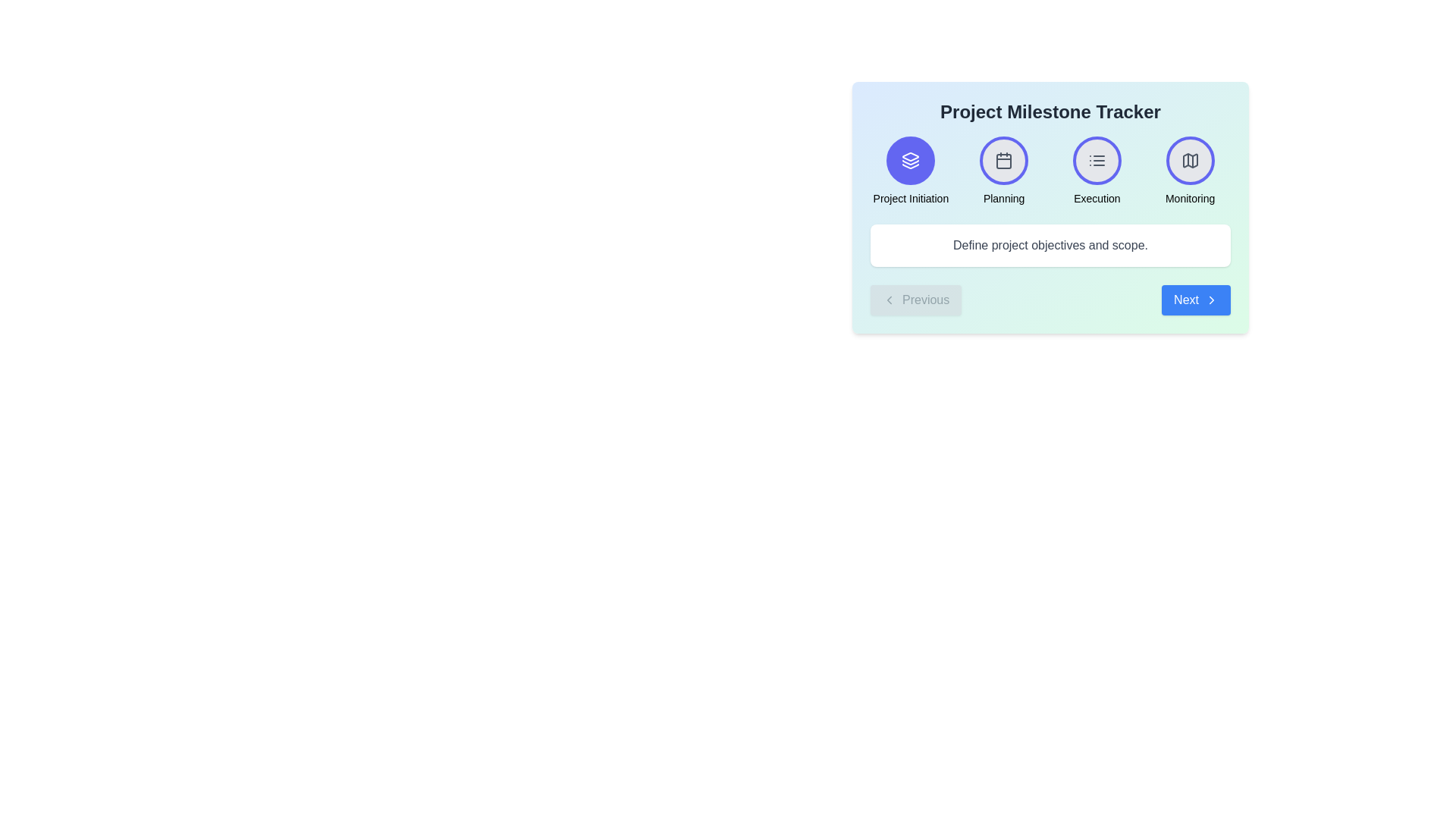  What do you see at coordinates (1050, 245) in the screenshot?
I see `the text block that says 'Define project objectives and scope.' which is located below the project icons and above the navigation buttons in the 'Project Milestone Tracker' panel` at bounding box center [1050, 245].